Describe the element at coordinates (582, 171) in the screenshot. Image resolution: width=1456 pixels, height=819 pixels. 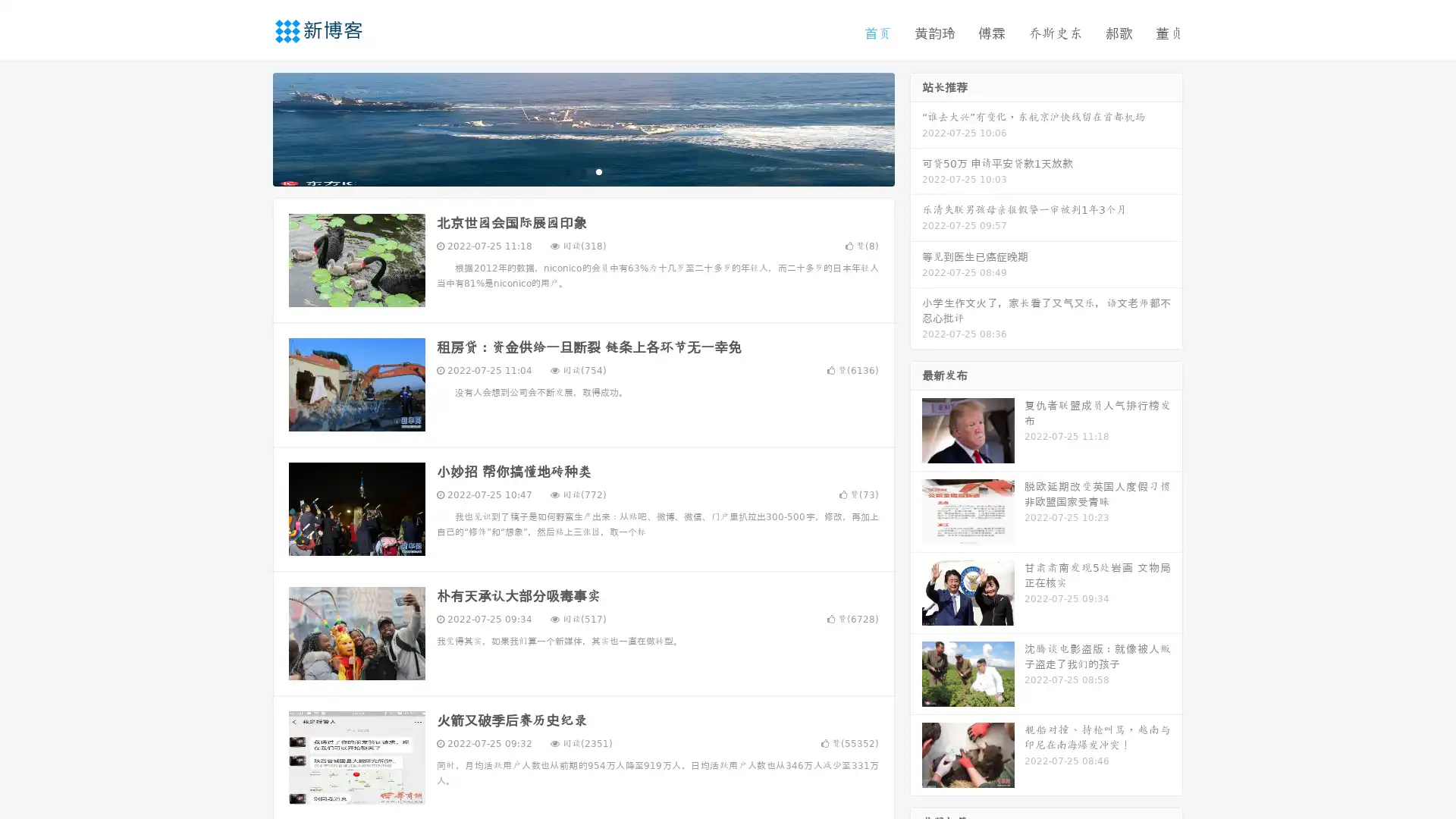
I see `Go to slide 2` at that location.